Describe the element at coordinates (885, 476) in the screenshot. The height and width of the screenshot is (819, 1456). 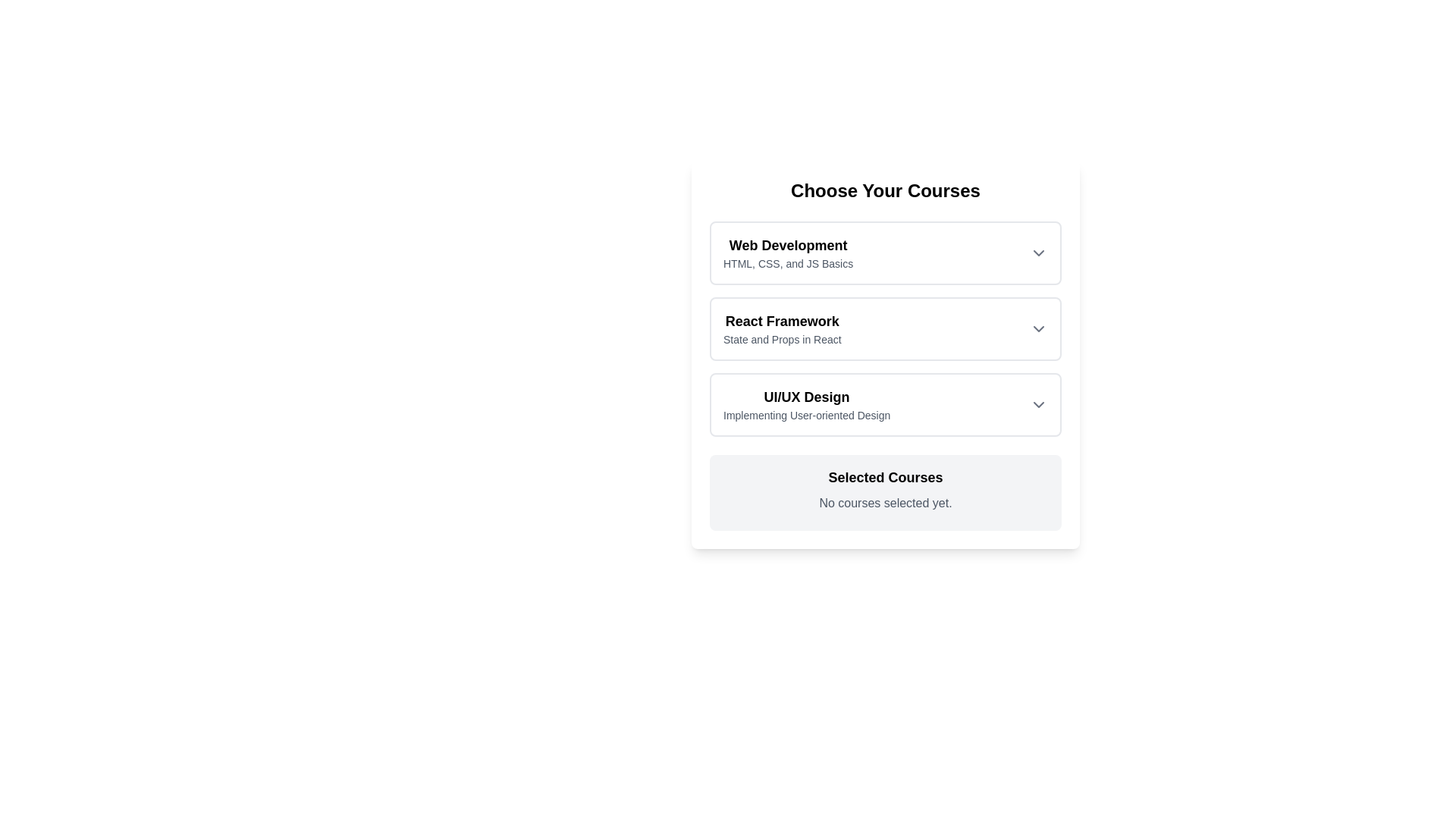
I see `the text label that displays 'Selected Courses', which is styled in bold and medium-large font within a light gray background area and serves as the heading for its section` at that location.